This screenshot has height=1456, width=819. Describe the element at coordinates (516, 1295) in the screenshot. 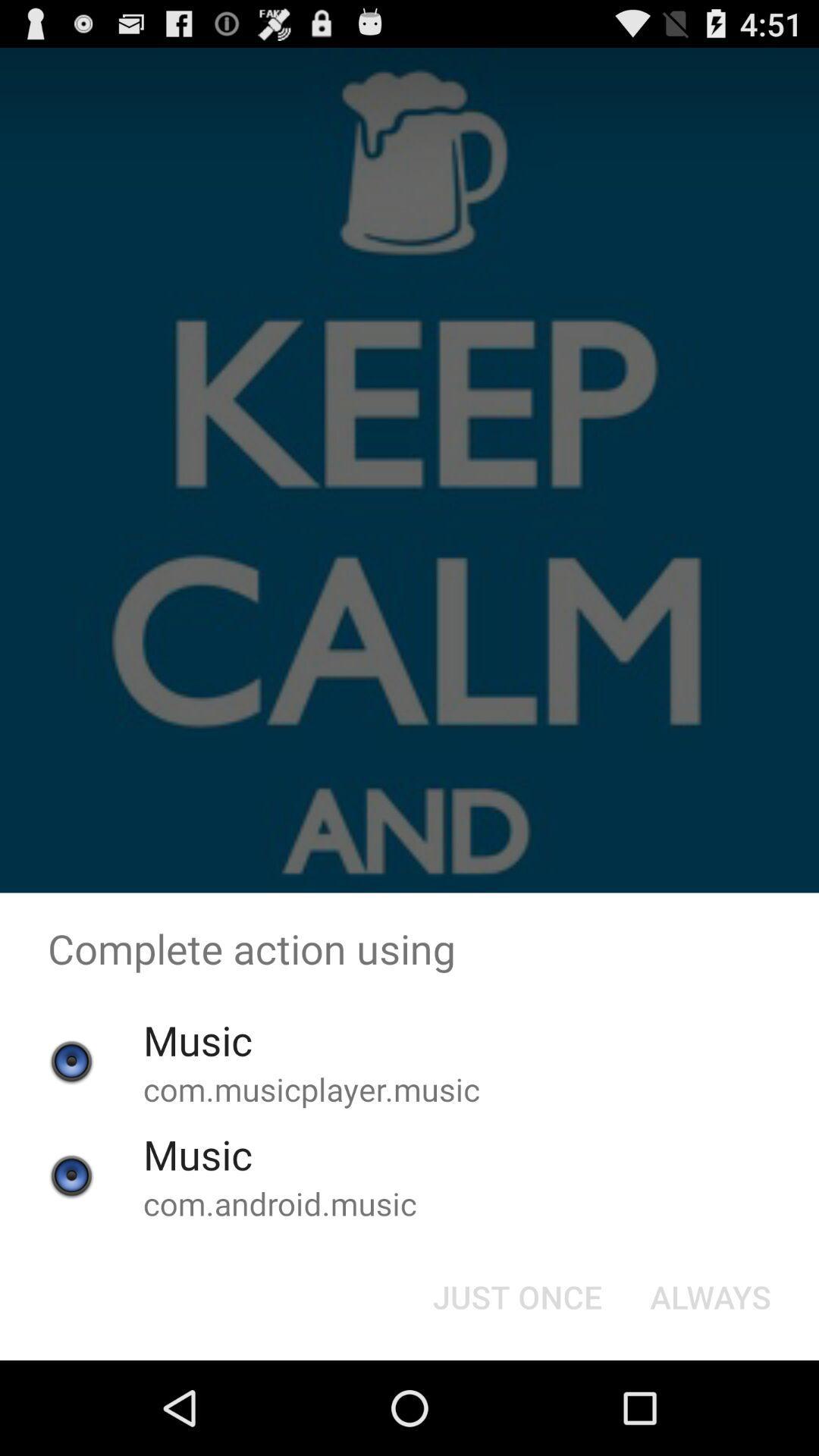

I see `the app below com.android.music item` at that location.